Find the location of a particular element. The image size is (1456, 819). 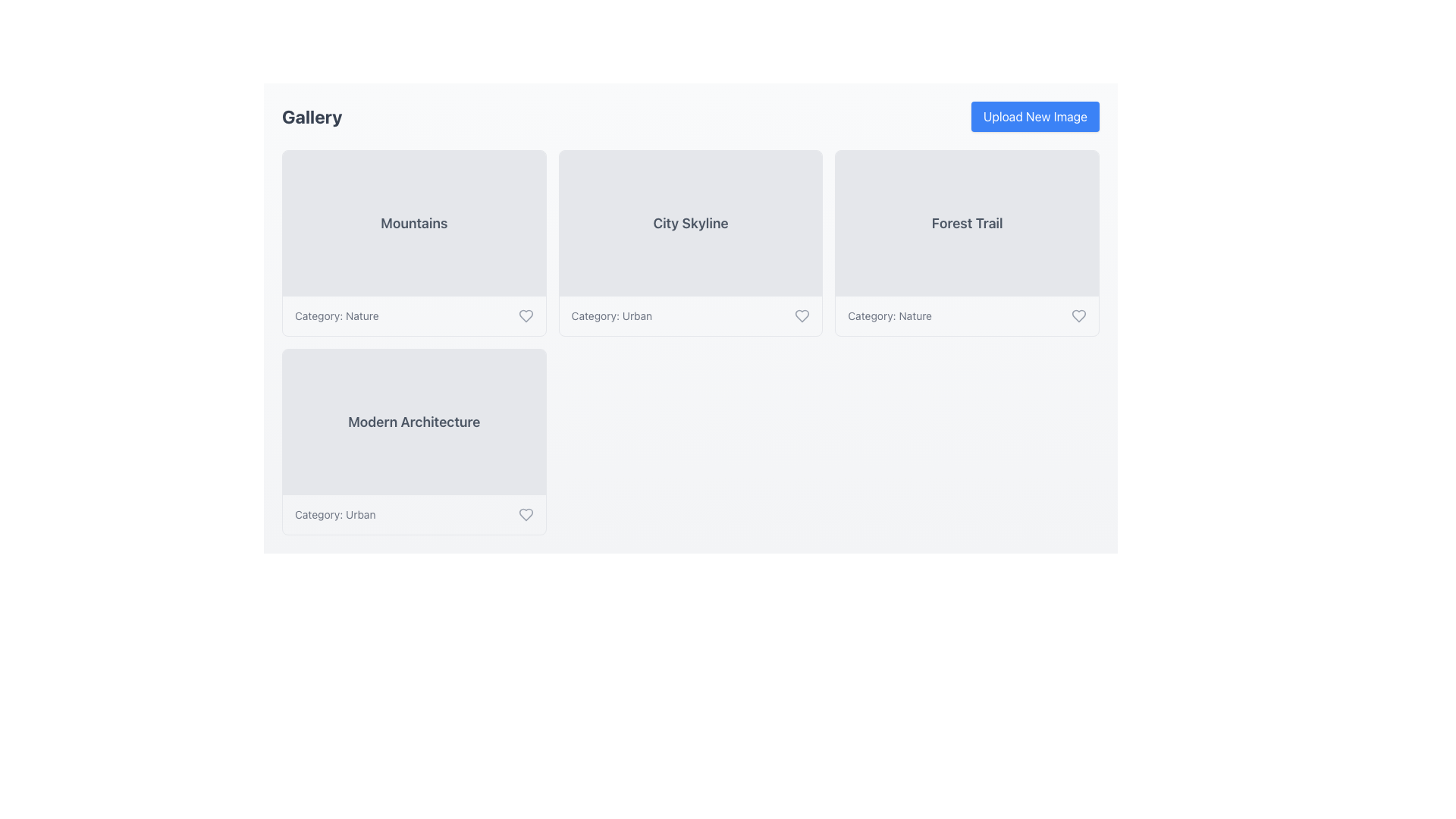

the 'City Skyline' card is located at coordinates (690, 242).